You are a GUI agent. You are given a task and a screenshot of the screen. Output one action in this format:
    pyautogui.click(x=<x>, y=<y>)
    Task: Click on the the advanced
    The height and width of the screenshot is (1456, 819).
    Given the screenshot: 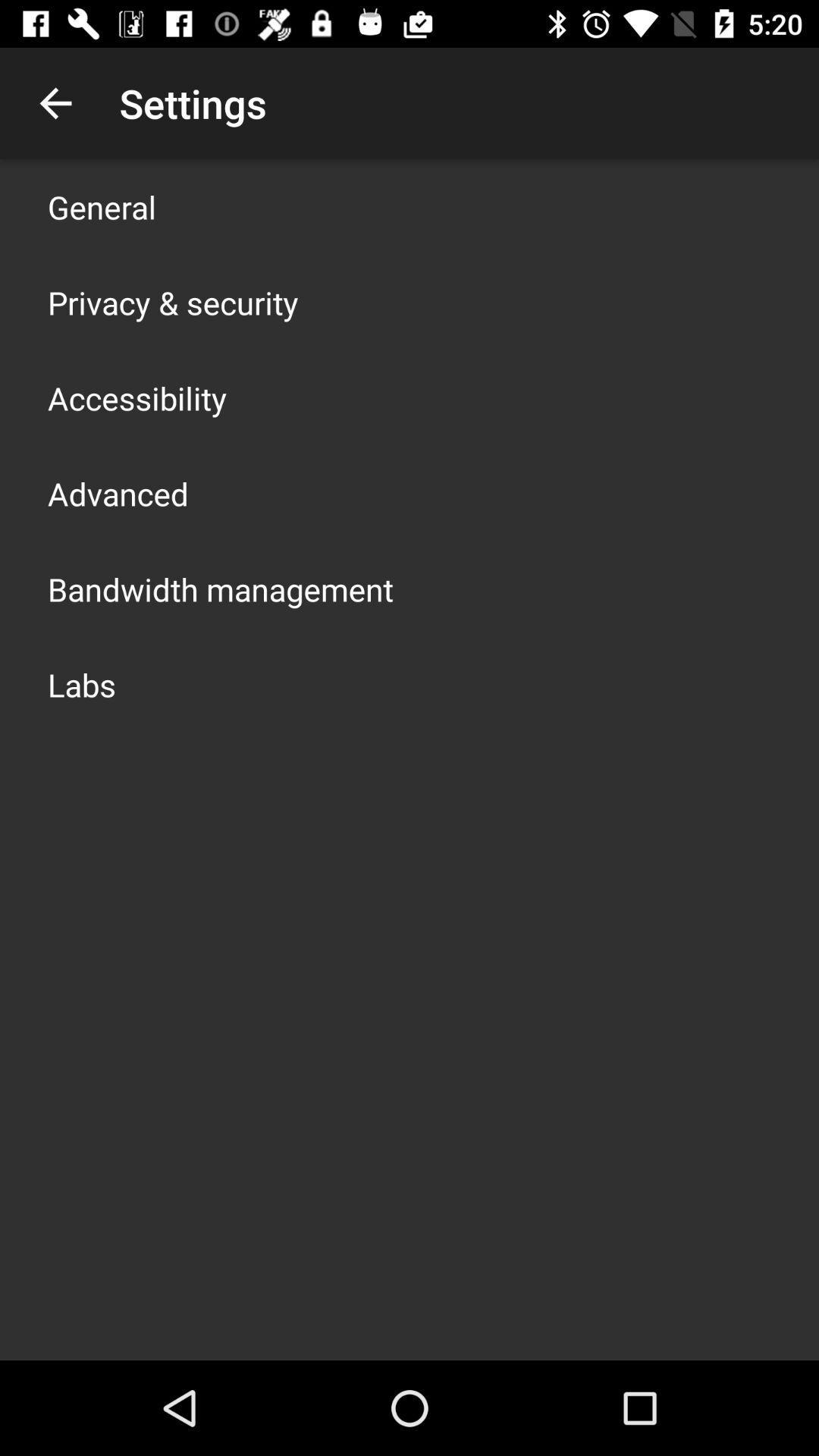 What is the action you would take?
    pyautogui.click(x=117, y=494)
    